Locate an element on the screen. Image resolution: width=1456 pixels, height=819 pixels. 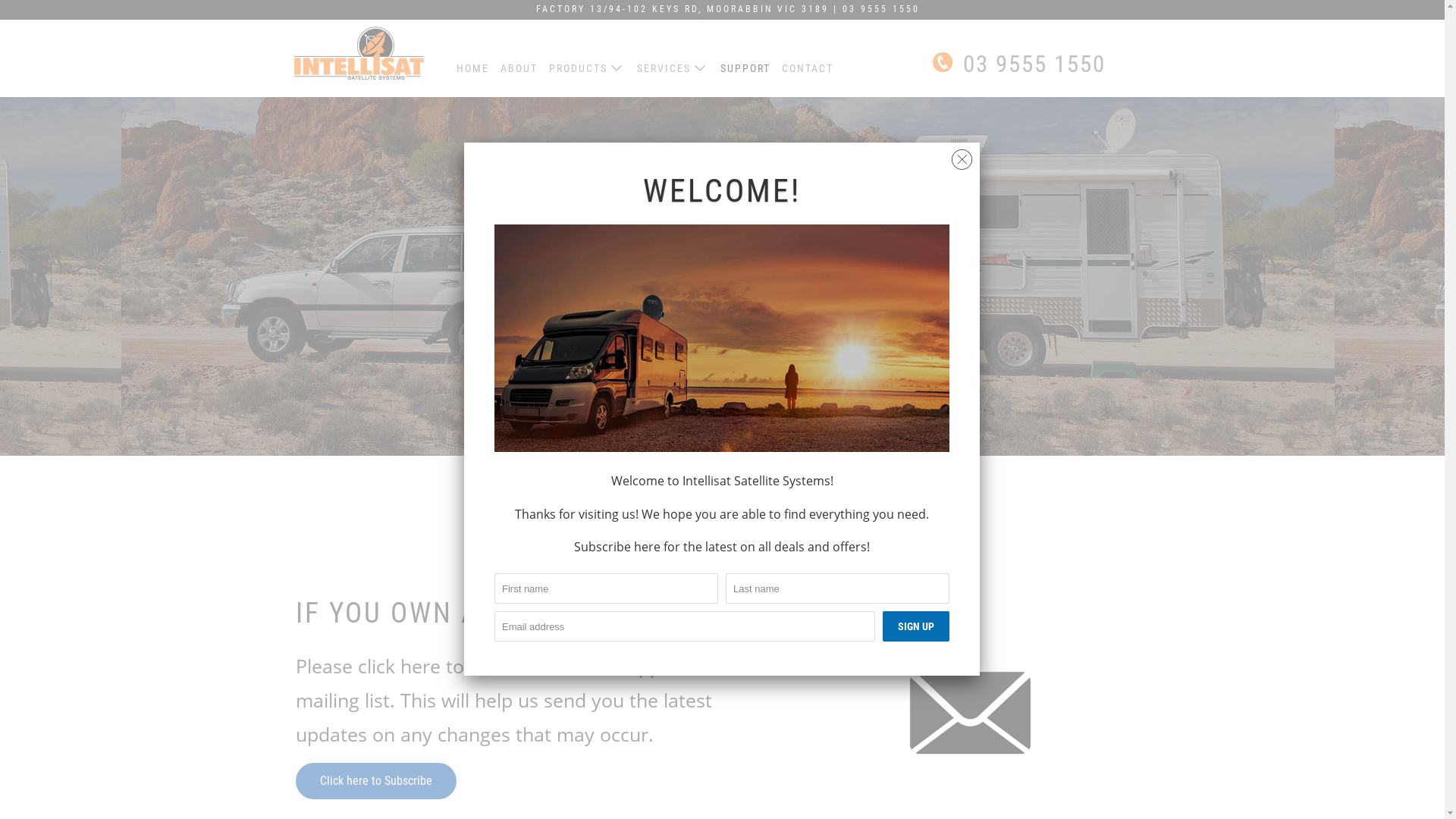
'PRODUCTS' is located at coordinates (586, 67).